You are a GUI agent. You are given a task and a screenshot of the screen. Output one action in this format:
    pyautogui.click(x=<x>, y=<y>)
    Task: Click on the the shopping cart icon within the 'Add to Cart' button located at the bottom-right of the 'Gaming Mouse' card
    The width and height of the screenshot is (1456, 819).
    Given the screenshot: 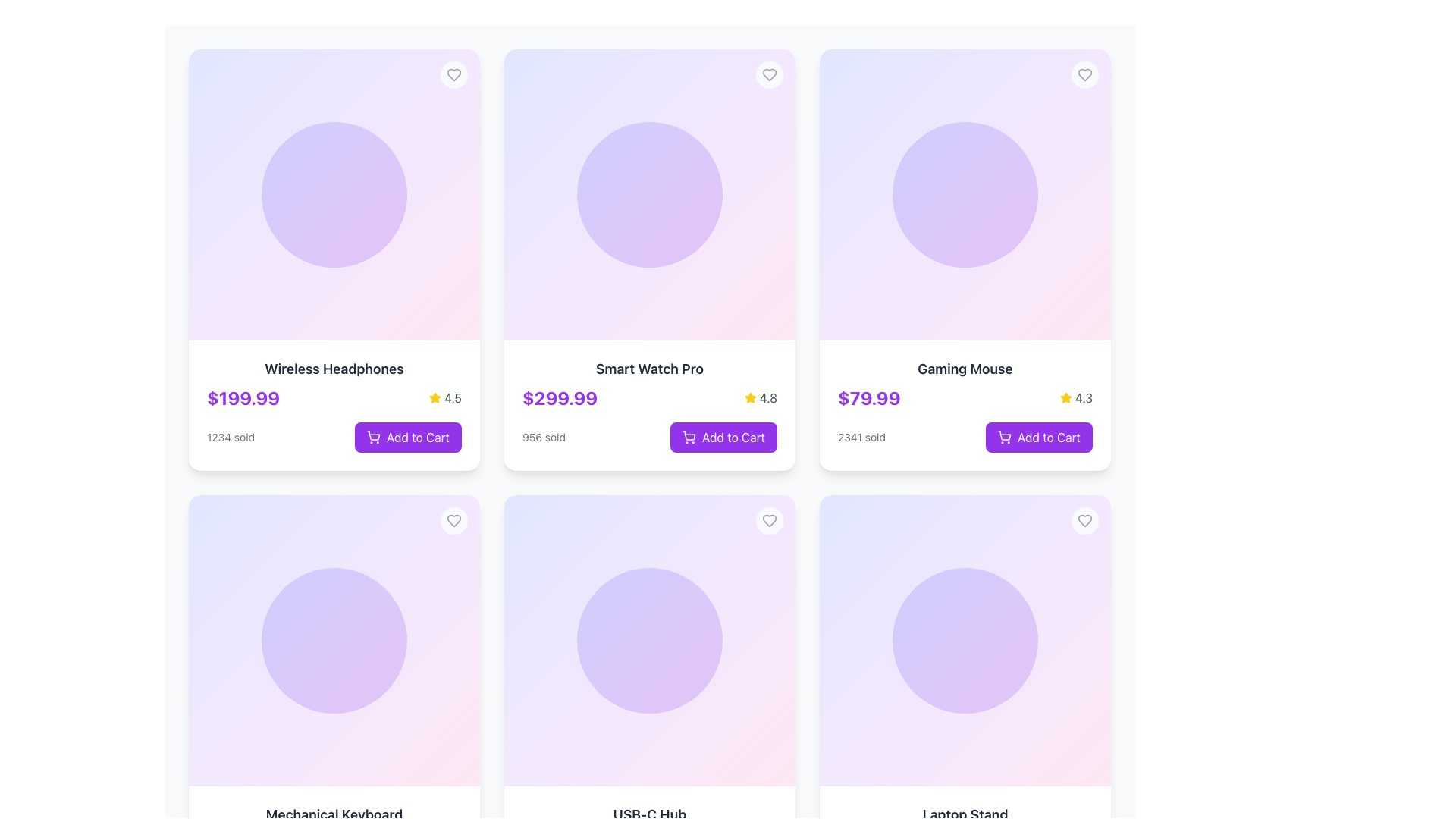 What is the action you would take?
    pyautogui.click(x=1004, y=435)
    